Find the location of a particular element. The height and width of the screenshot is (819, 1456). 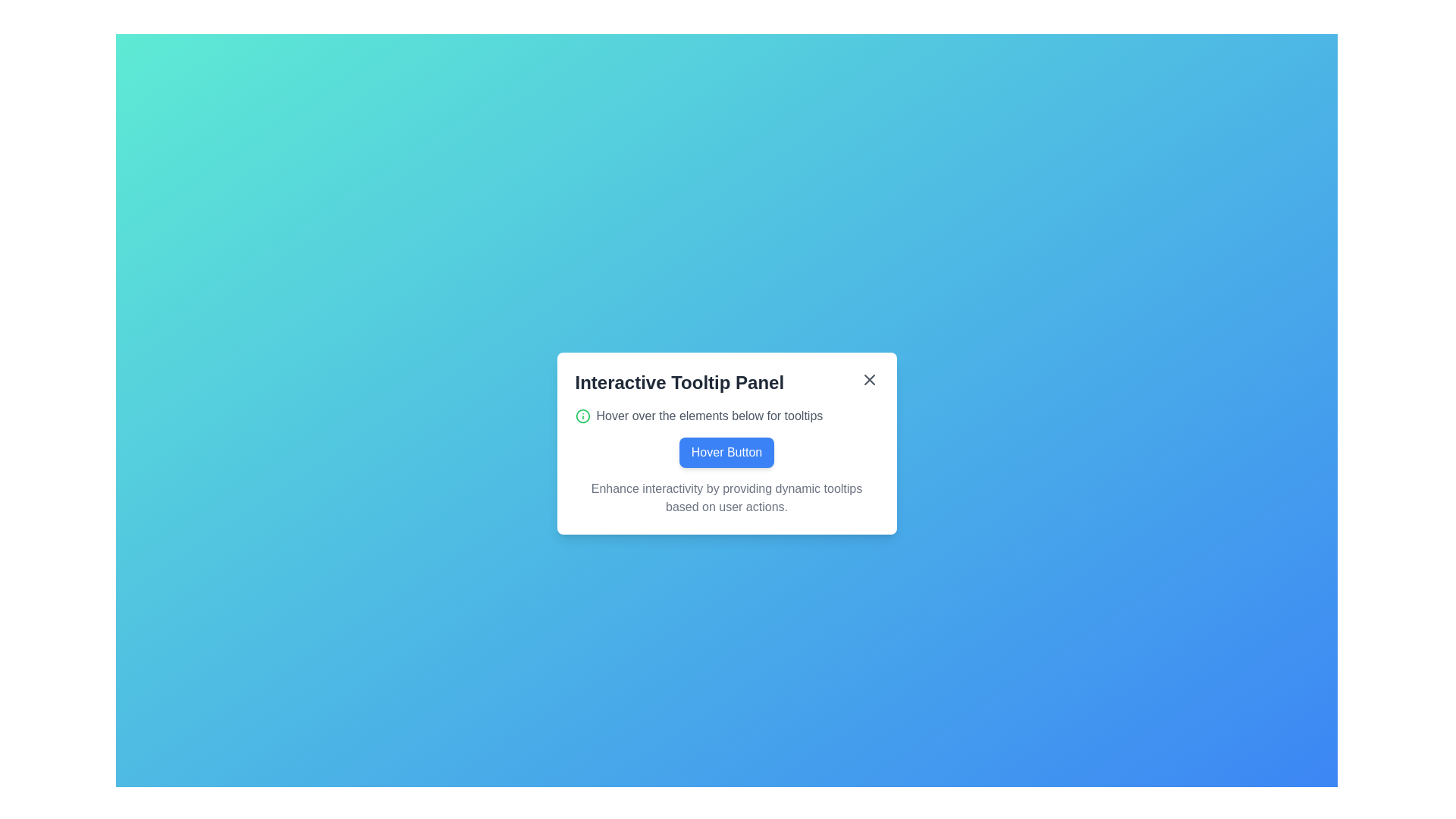

the close button in the top-right corner of the 'Interactive Tooltip Panel' is located at coordinates (869, 379).